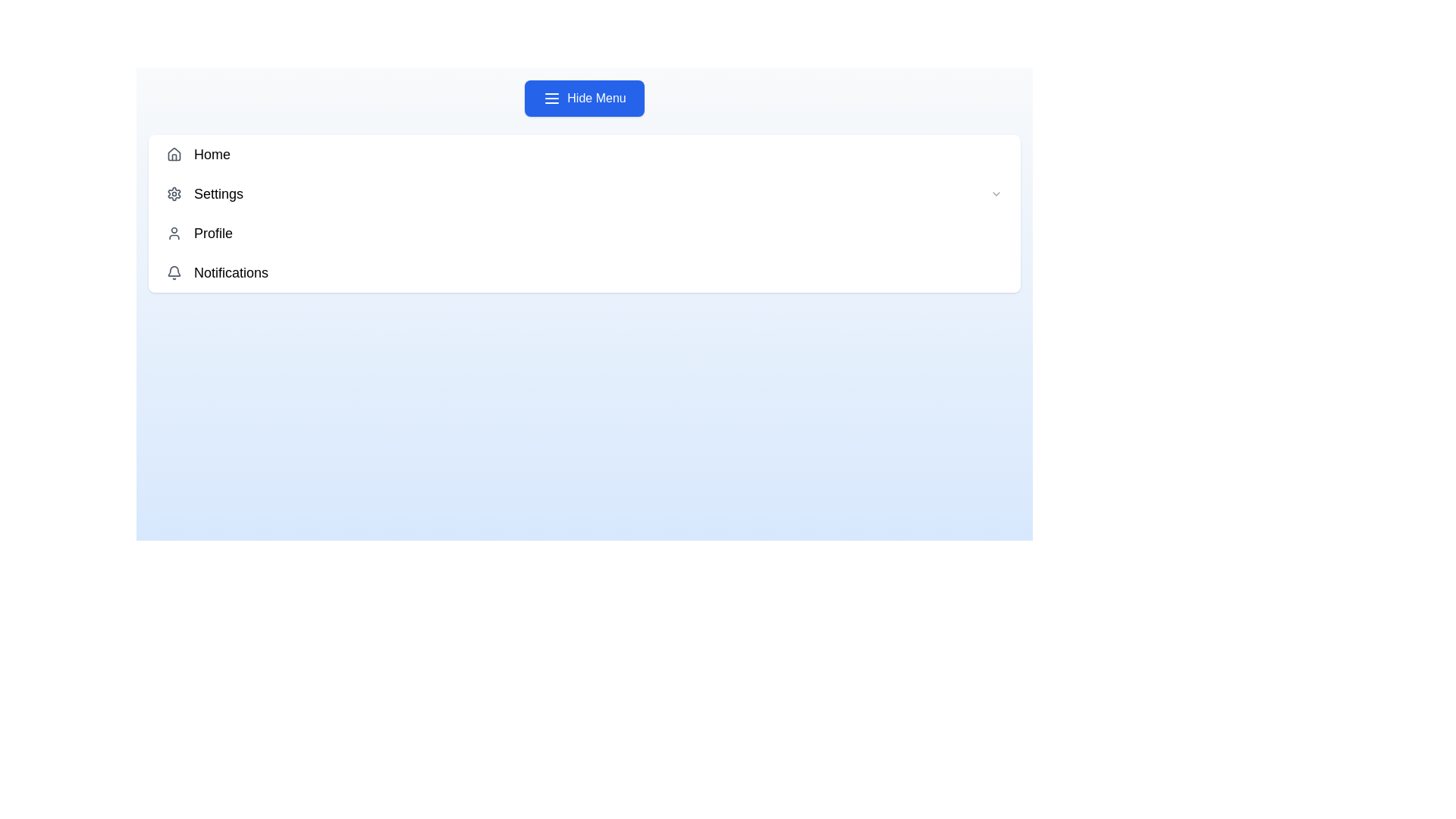 This screenshot has height=819, width=1456. Describe the element at coordinates (174, 270) in the screenshot. I see `the visual state of the notification icon located in the bottom right corner of the navigation menu, below 'Settings' and 'Profile', adjacent to the 'Notifications' label` at that location.